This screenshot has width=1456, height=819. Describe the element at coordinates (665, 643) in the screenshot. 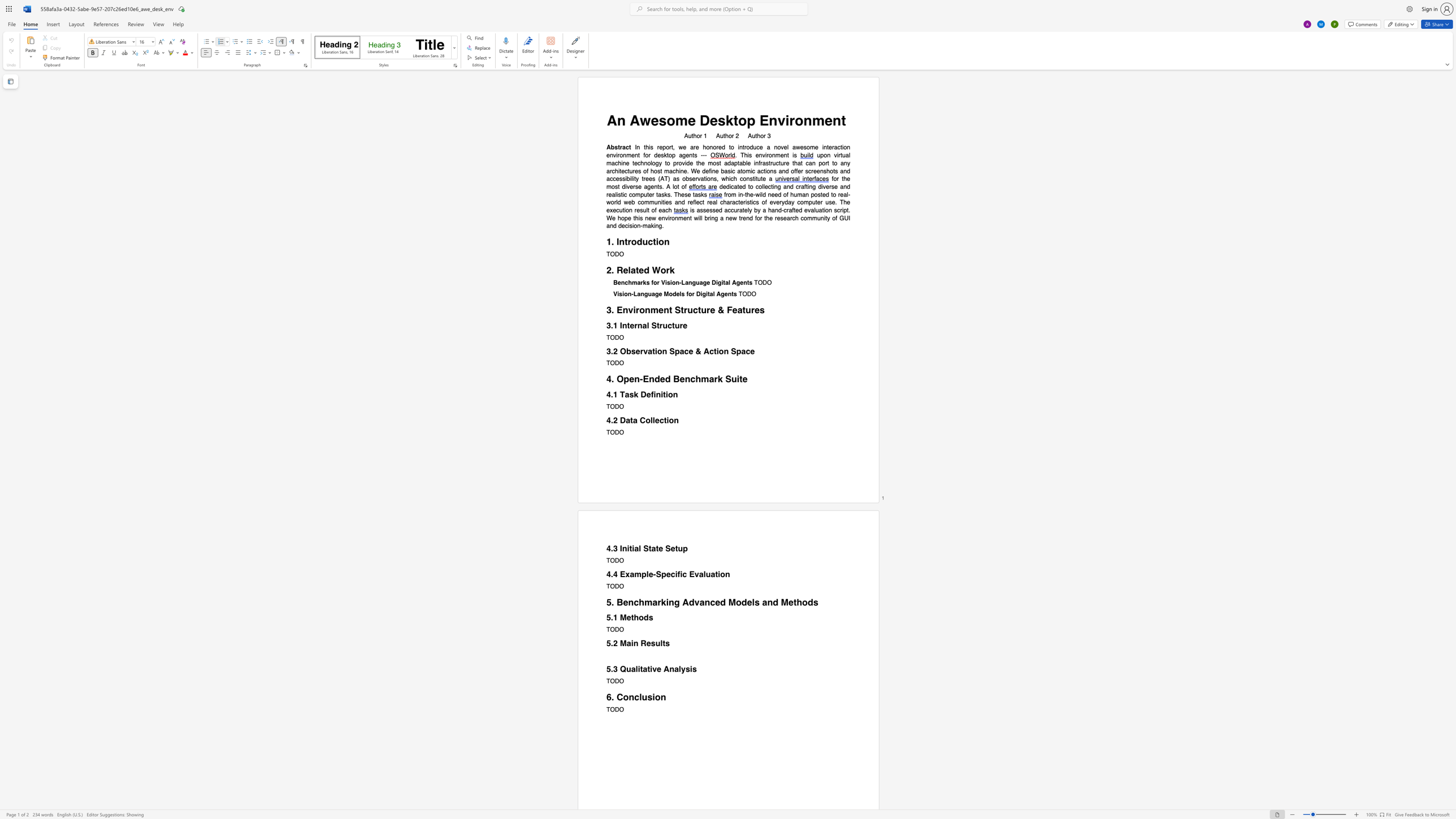

I see `the space between the continuous character "t" and "s" in the text` at that location.